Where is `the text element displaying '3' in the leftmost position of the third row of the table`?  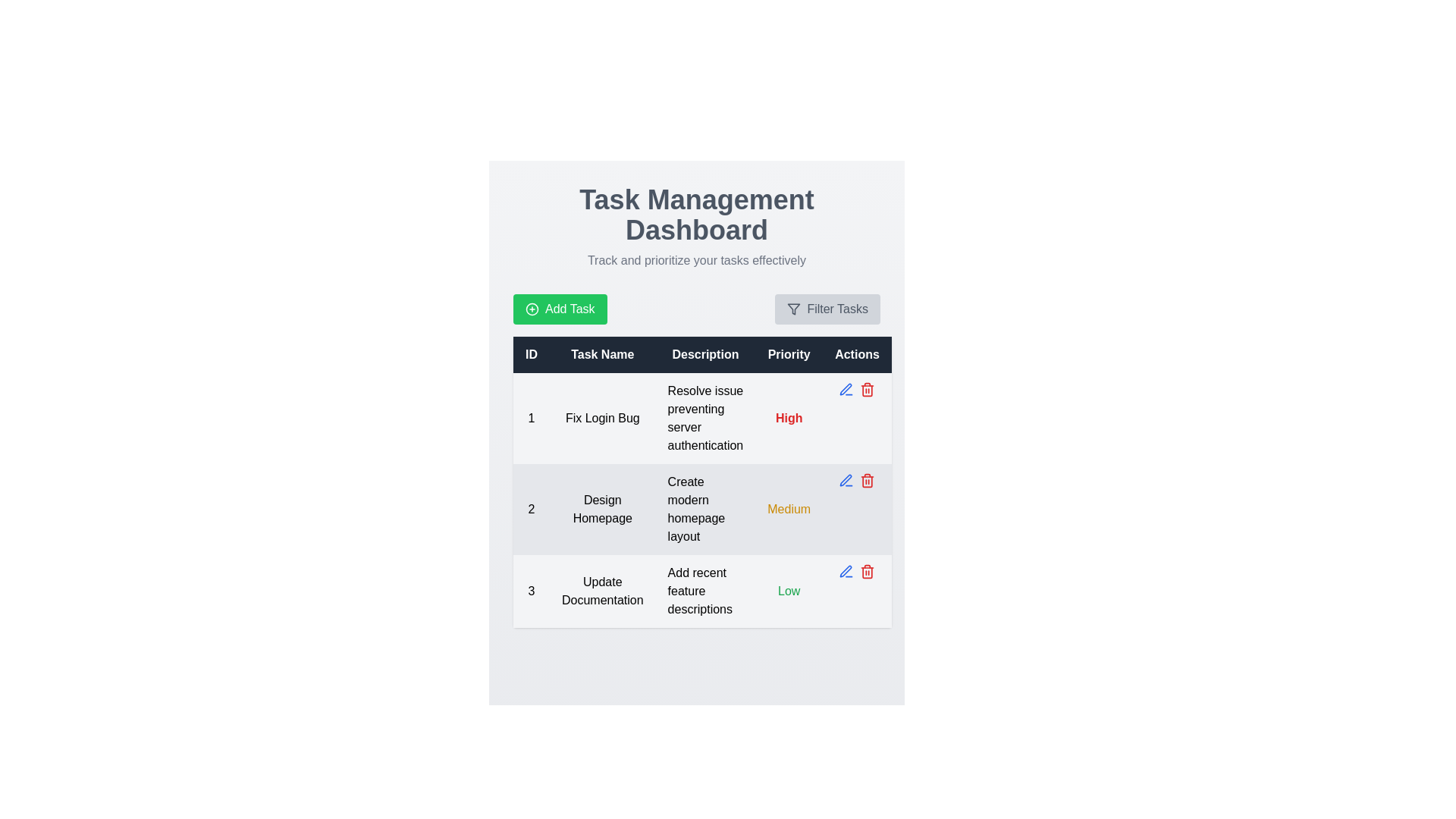 the text element displaying '3' in the leftmost position of the third row of the table is located at coordinates (531, 590).